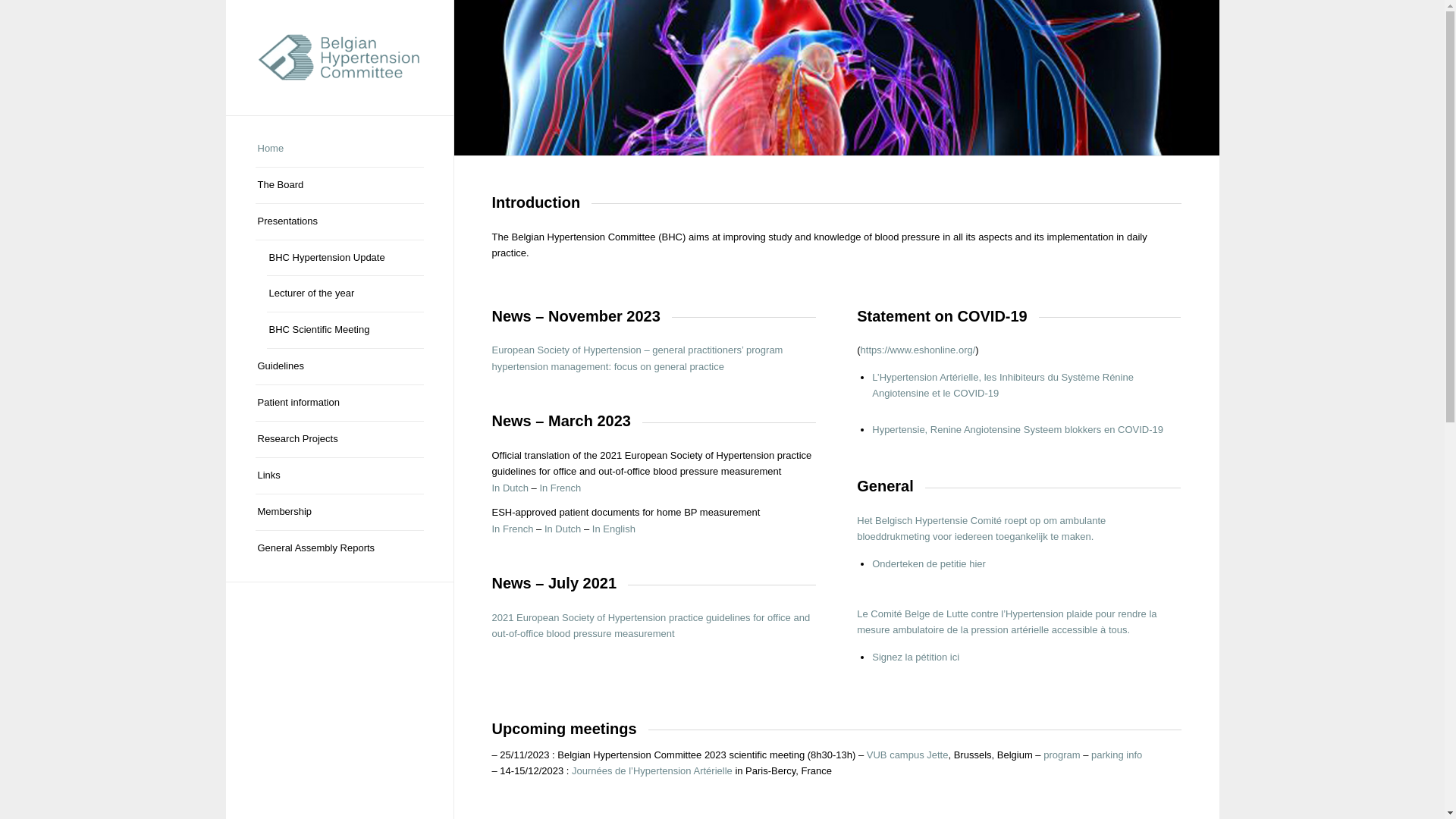 This screenshot has height=819, width=1456. What do you see at coordinates (344, 257) in the screenshot?
I see `'BHC Hypertension Update'` at bounding box center [344, 257].